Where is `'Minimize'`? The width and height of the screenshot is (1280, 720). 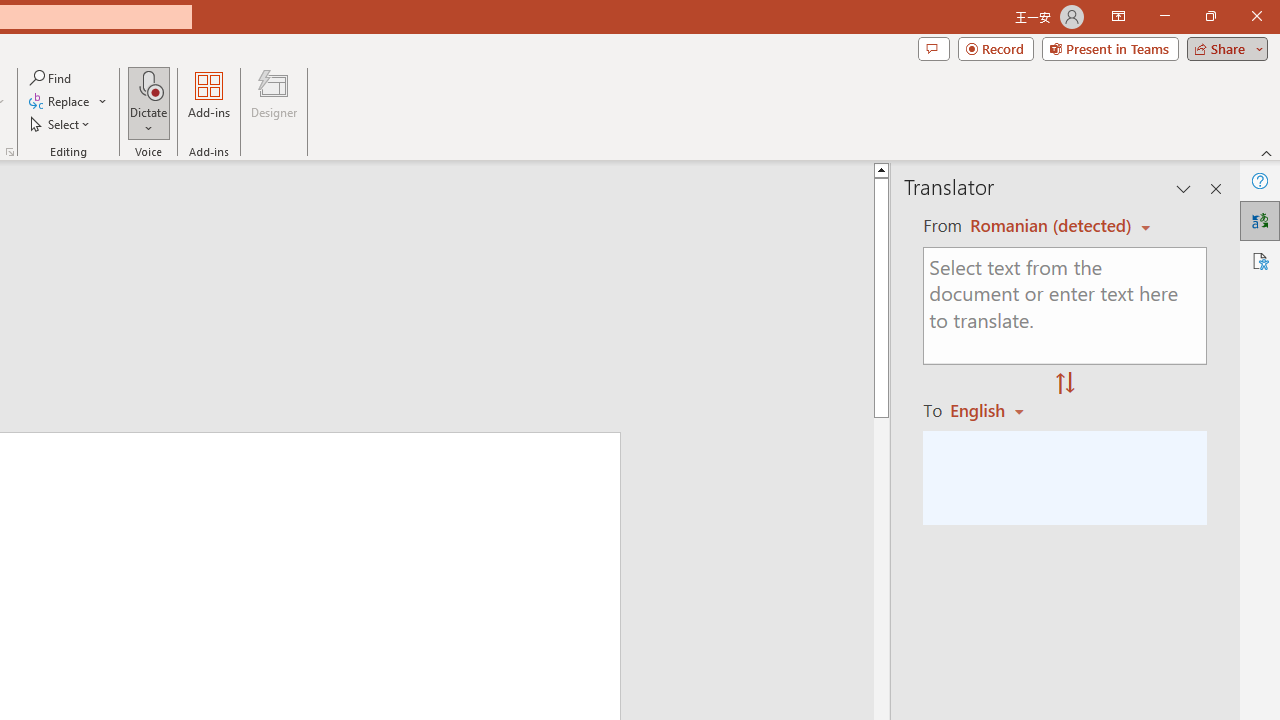 'Minimize' is located at coordinates (1164, 16).